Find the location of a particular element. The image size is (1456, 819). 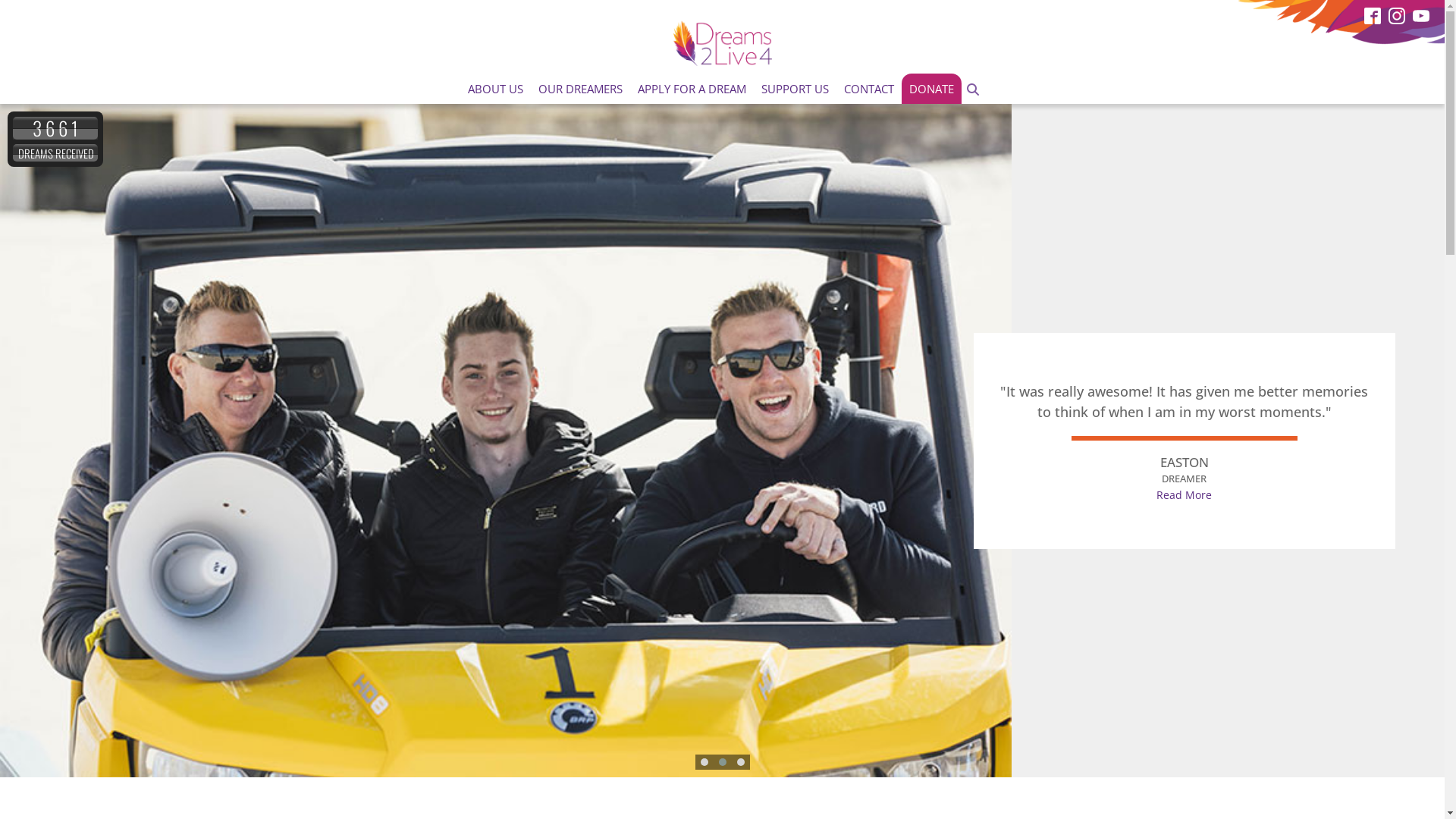

'SUPPORT US' is located at coordinates (794, 88).